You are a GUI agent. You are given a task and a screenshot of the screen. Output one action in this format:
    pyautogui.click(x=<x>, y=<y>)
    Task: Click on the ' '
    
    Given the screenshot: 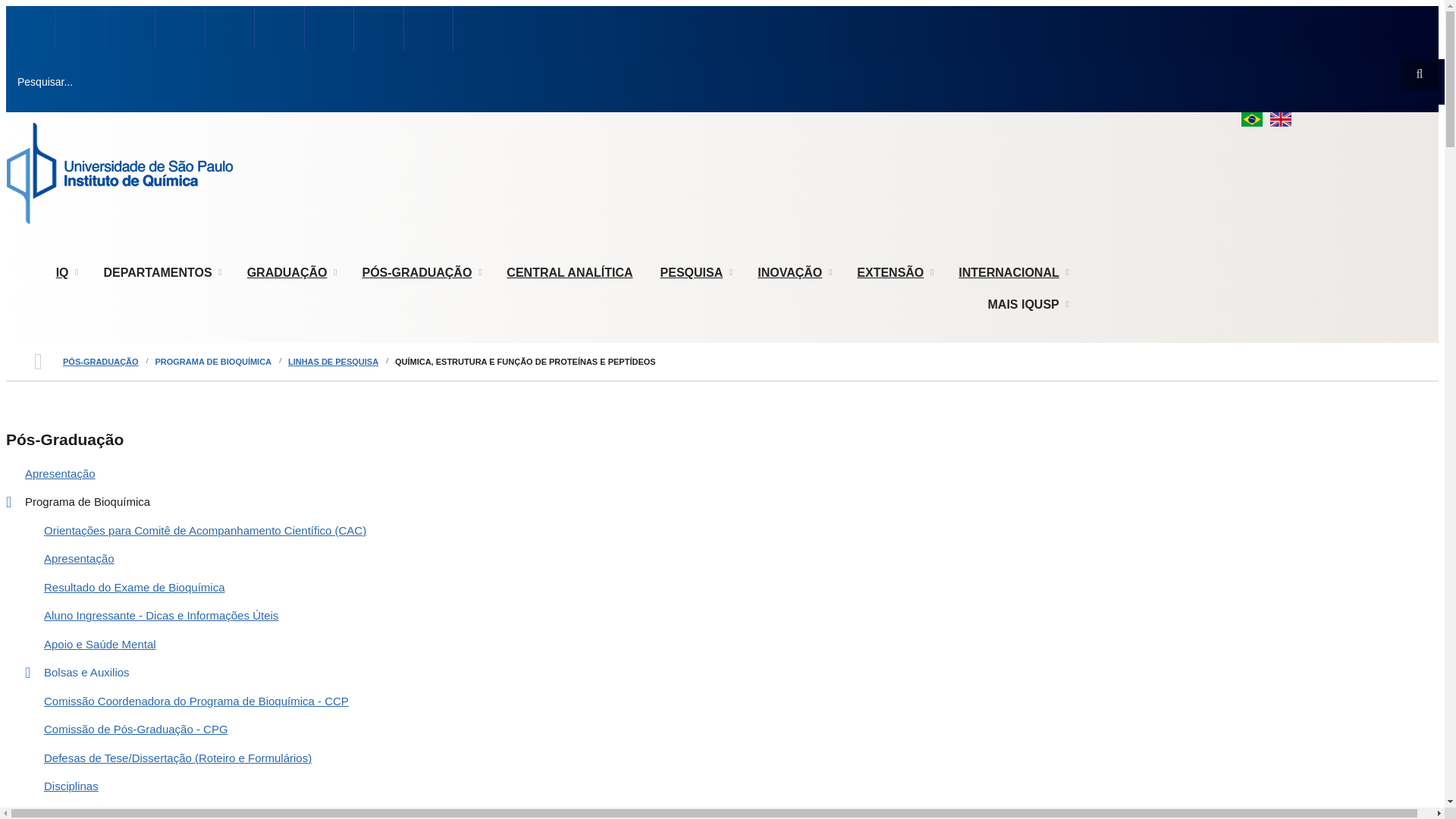 What is the action you would take?
    pyautogui.click(x=30, y=29)
    